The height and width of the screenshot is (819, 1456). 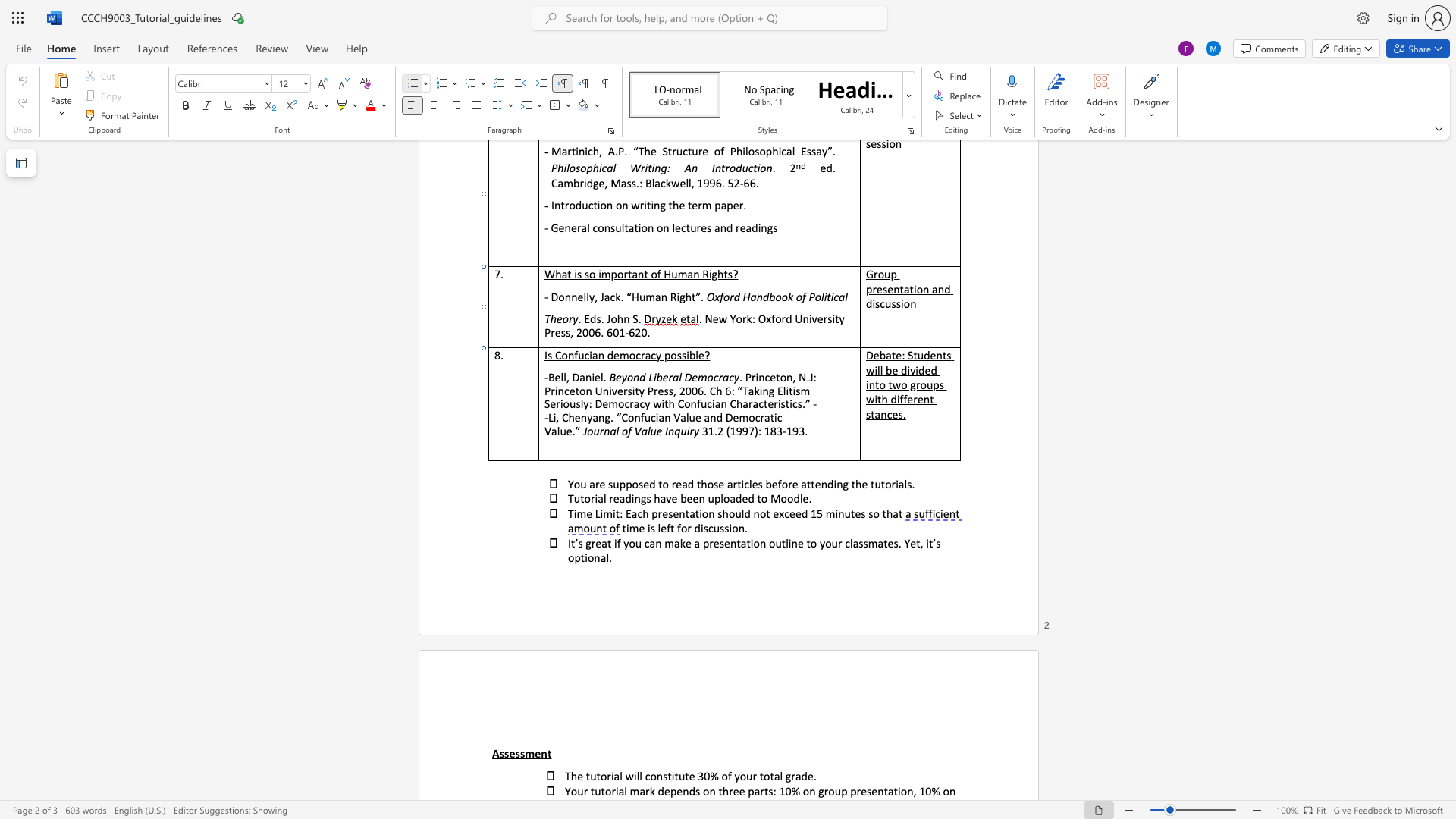 I want to click on the 1th character "u" in the text, so click(x=715, y=527).